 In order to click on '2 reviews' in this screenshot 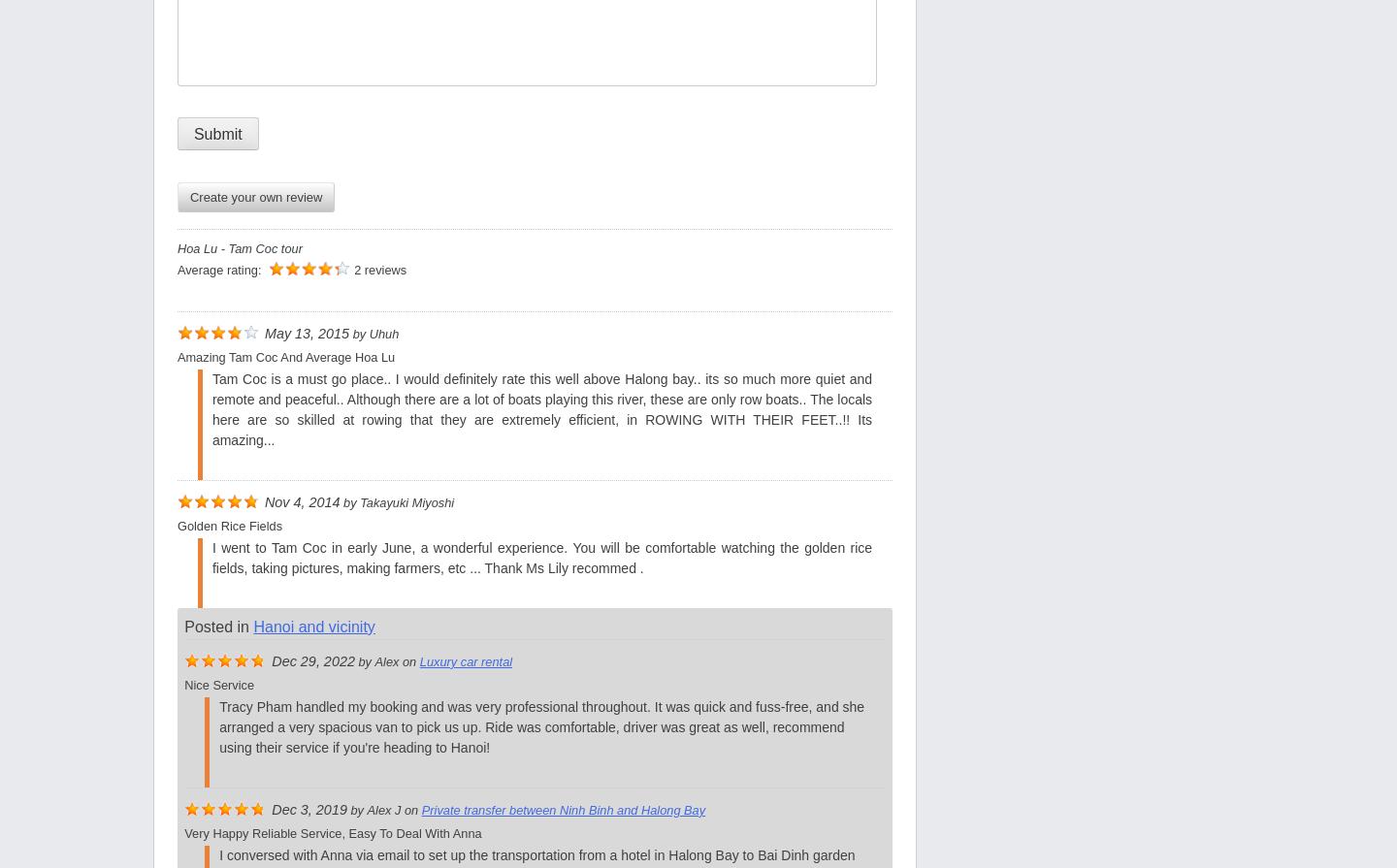, I will do `click(378, 270)`.